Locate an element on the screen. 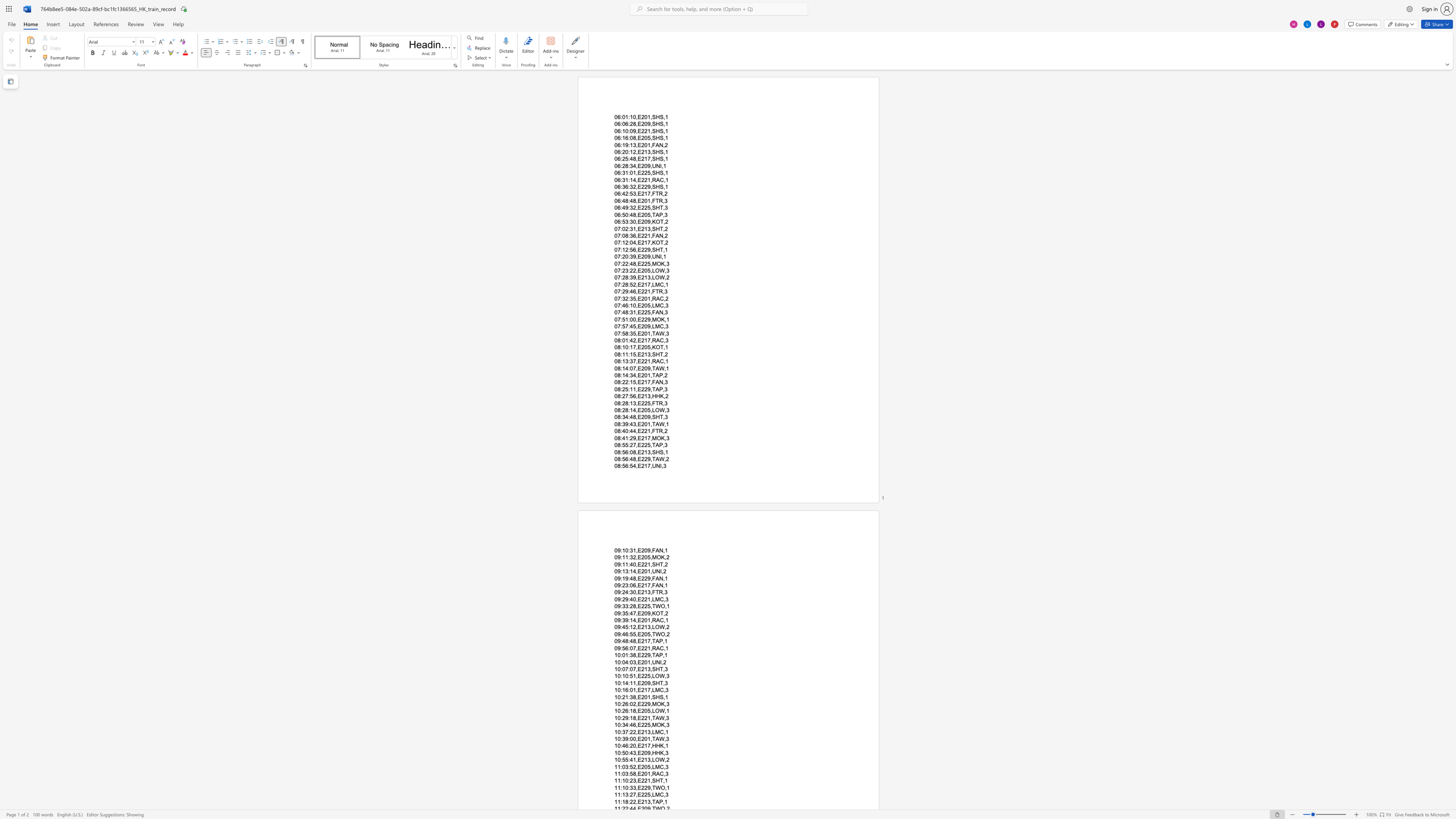 Image resolution: width=1456 pixels, height=819 pixels. the subset text ":55:41,E213,L" within the text "10:55:41,E213,LOW,2" is located at coordinates (620, 760).